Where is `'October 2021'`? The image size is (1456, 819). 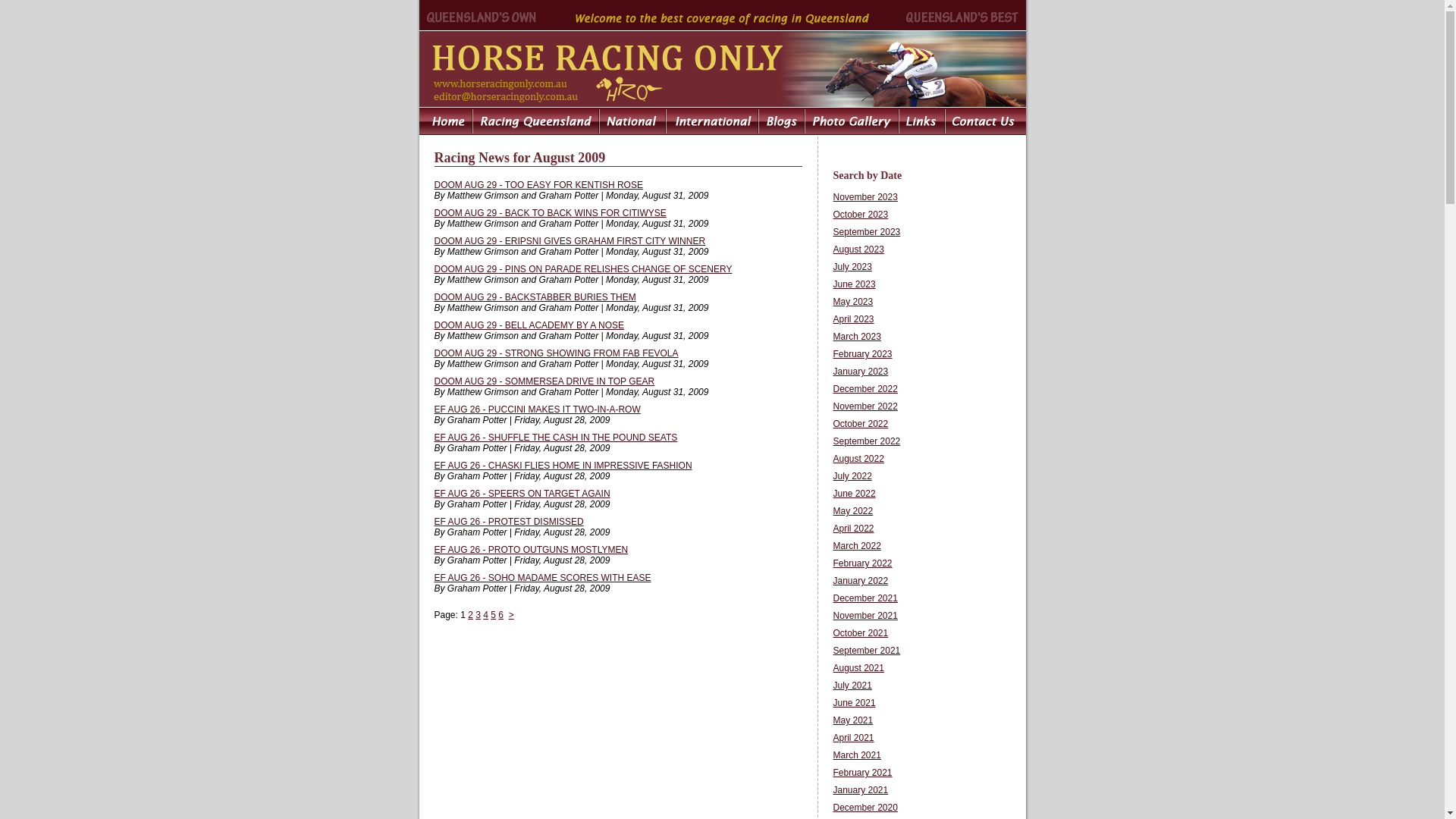 'October 2021' is located at coordinates (860, 632).